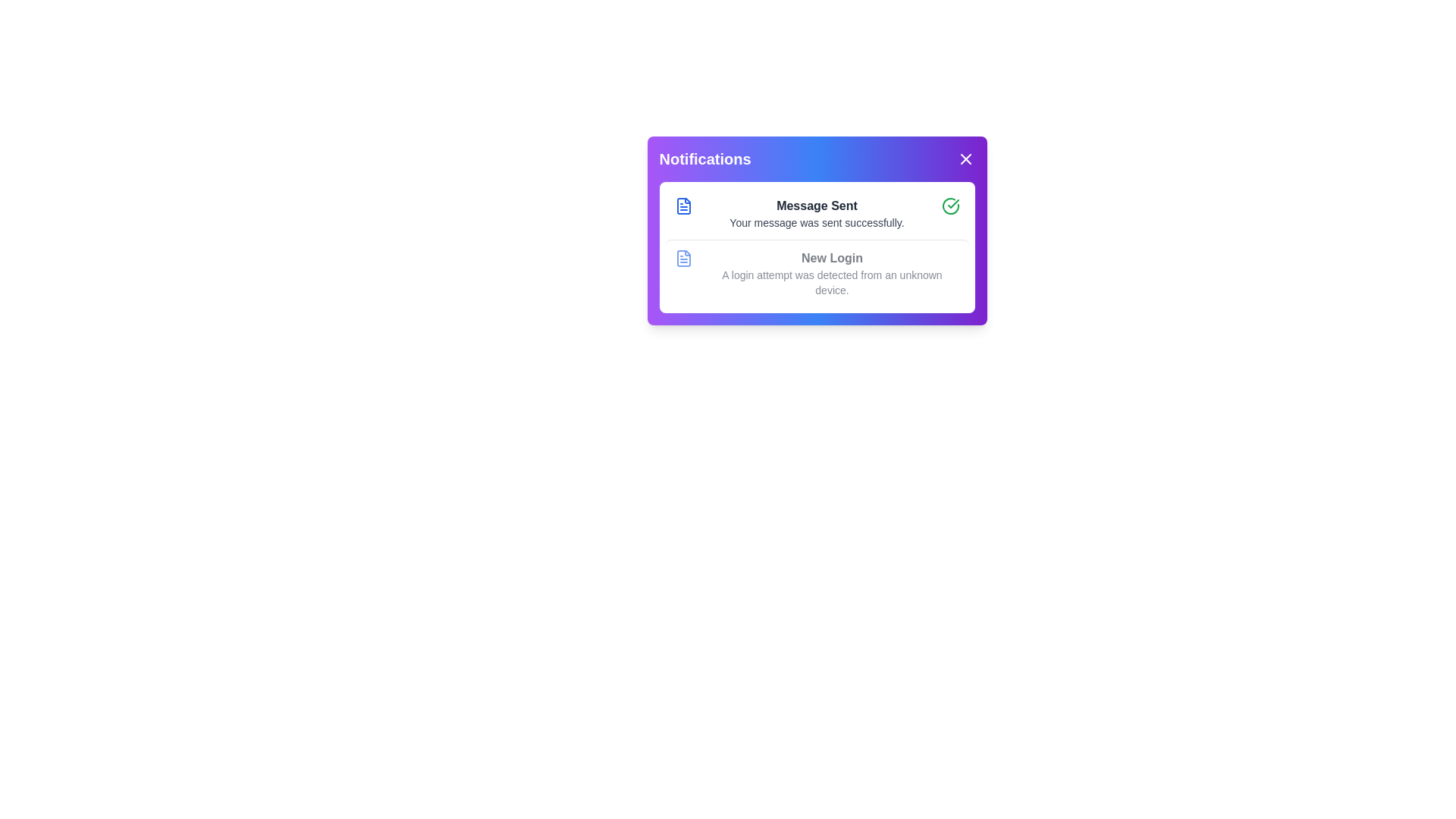  Describe the element at coordinates (965, 158) in the screenshot. I see `the close (cross) icon located at the top-right corner of the notification card, which is part of the purple header bar labeled 'Notifications'` at that location.